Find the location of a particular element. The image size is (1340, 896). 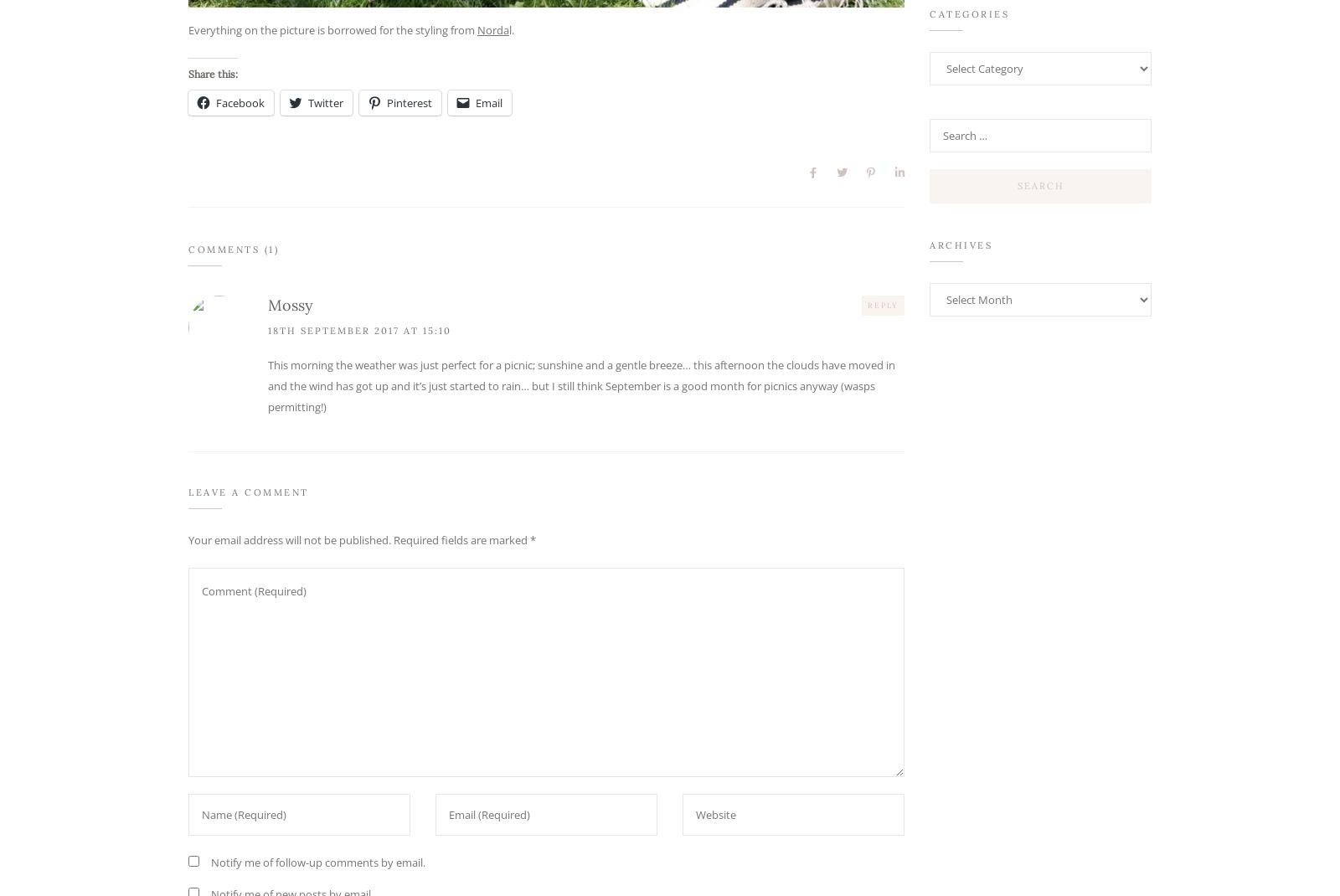

'This morning the weather was just perfect for a picnic; sunshine and a gentle breeze… this afternoon the clouds have moved in and the wind has got up and it’s just started to rain… but I still think September is a good month for picnics anyway (wasps permitting!)' is located at coordinates (581, 385).